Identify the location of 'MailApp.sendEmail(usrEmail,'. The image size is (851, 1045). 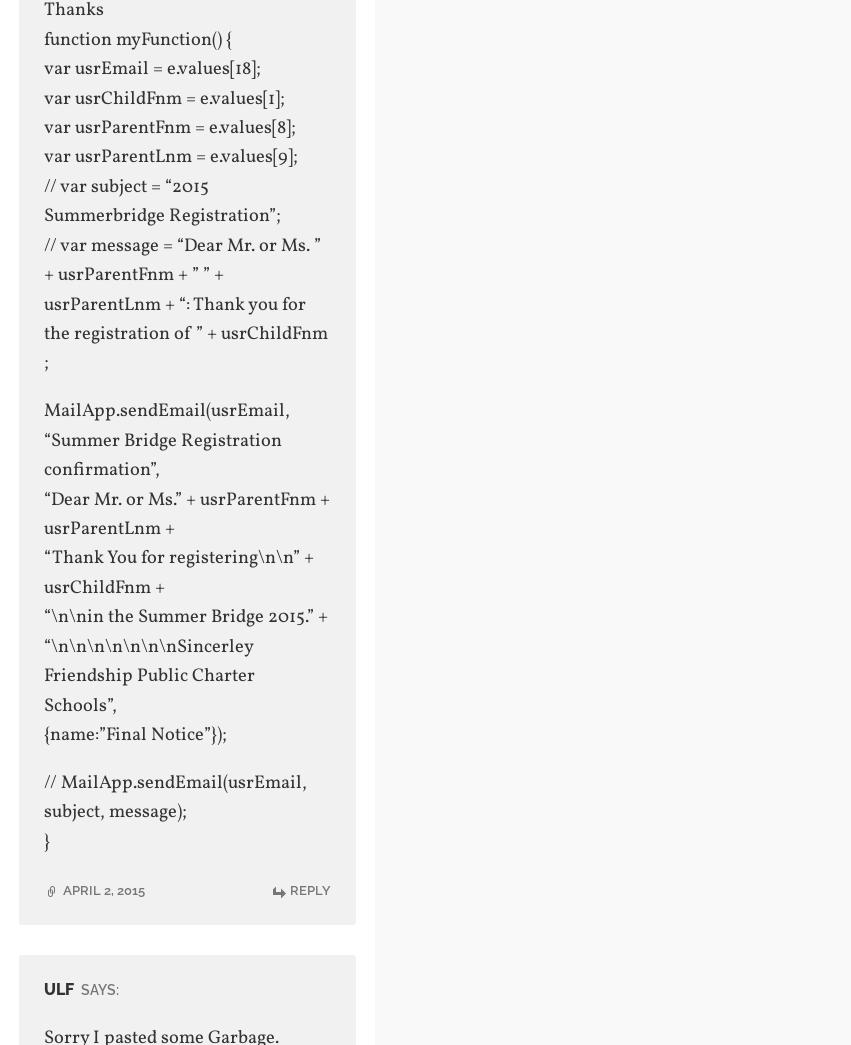
(165, 410).